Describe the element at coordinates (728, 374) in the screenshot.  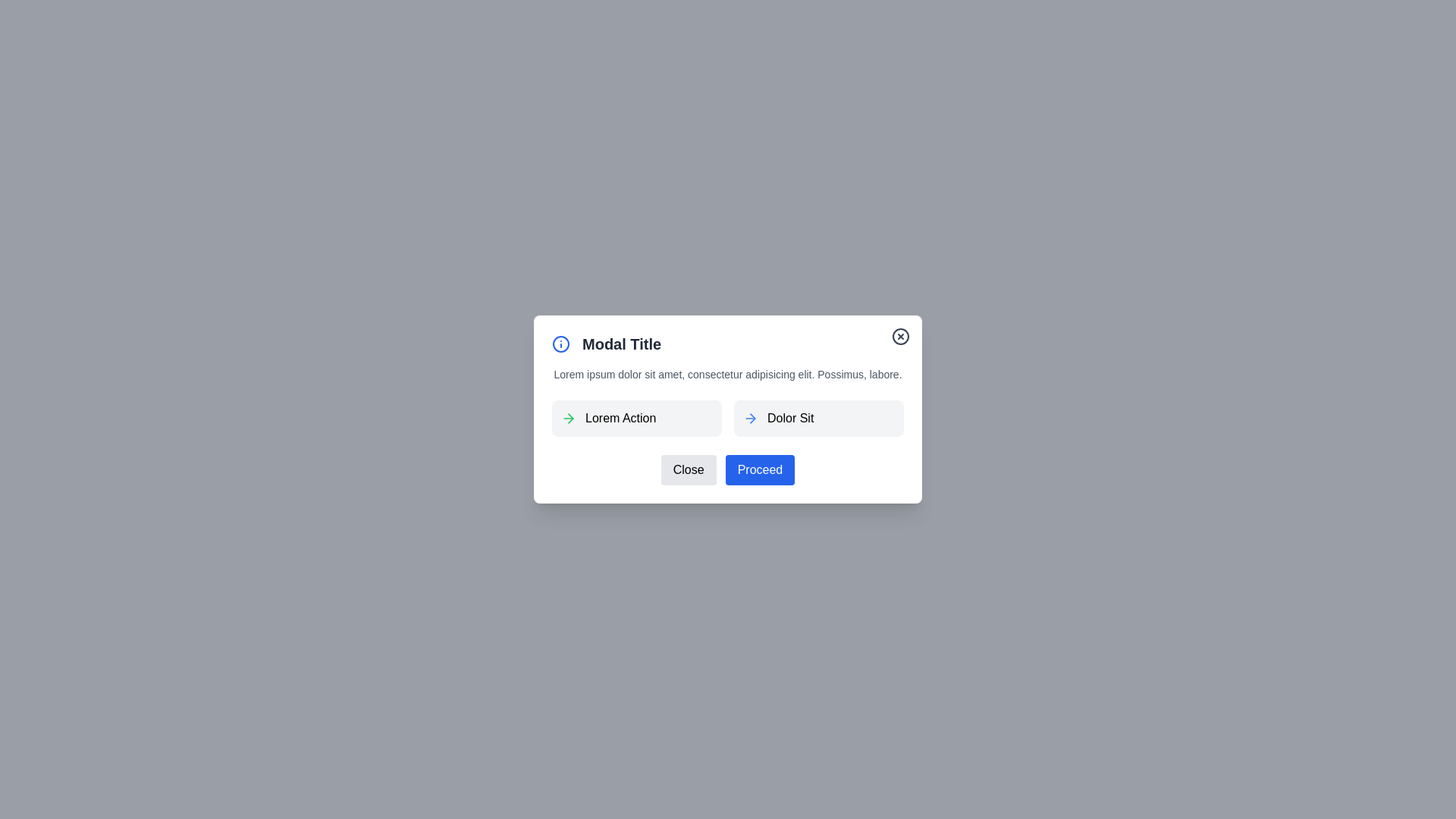
I see `the static text displaying 'Lorem ipsum dolor sit amet, consectetur adipisicing elit. Possimus, labore.' located in the modal interface, positioned below 'Modal Title' and above the buttons 'Lorem Action' and 'Dolor Sit'` at that location.